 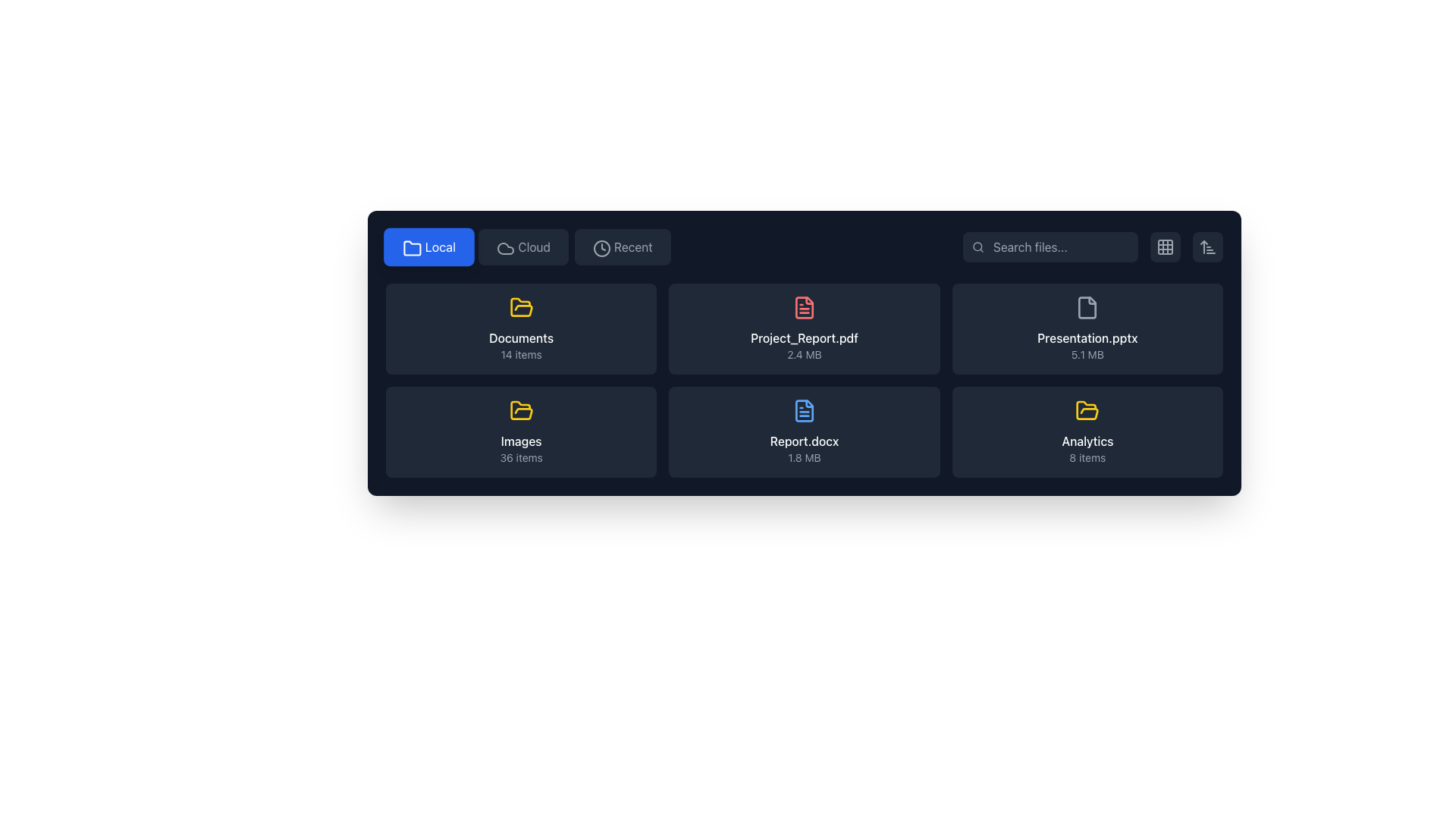 What do you see at coordinates (803, 432) in the screenshot?
I see `the file representation item with the file name 'Report.docx' and size '1.8 MB'` at bounding box center [803, 432].